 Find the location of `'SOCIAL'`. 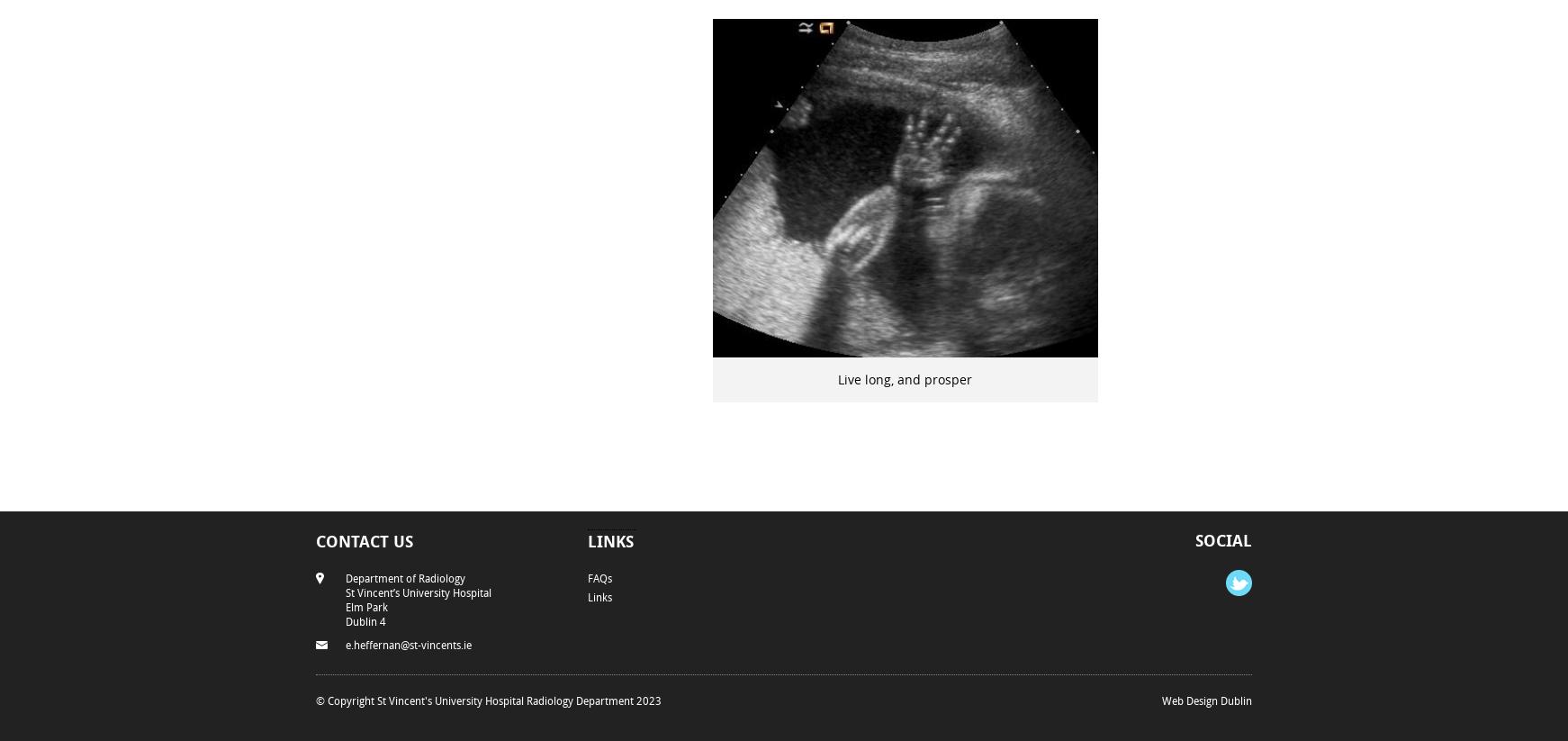

'SOCIAL' is located at coordinates (1194, 538).